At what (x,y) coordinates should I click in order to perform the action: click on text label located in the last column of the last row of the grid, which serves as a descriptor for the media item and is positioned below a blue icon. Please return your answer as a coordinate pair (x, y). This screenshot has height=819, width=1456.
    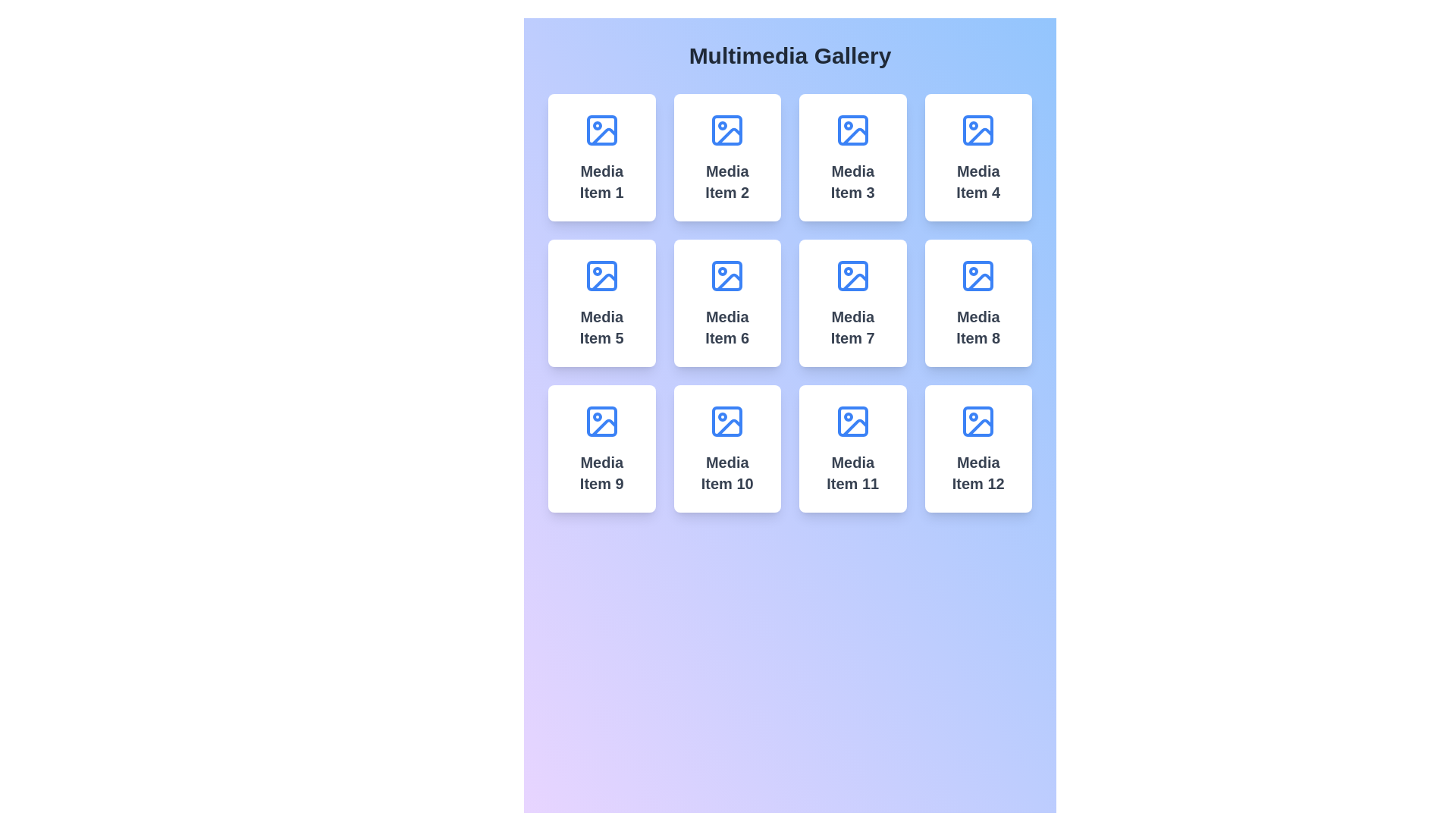
    Looking at the image, I should click on (978, 472).